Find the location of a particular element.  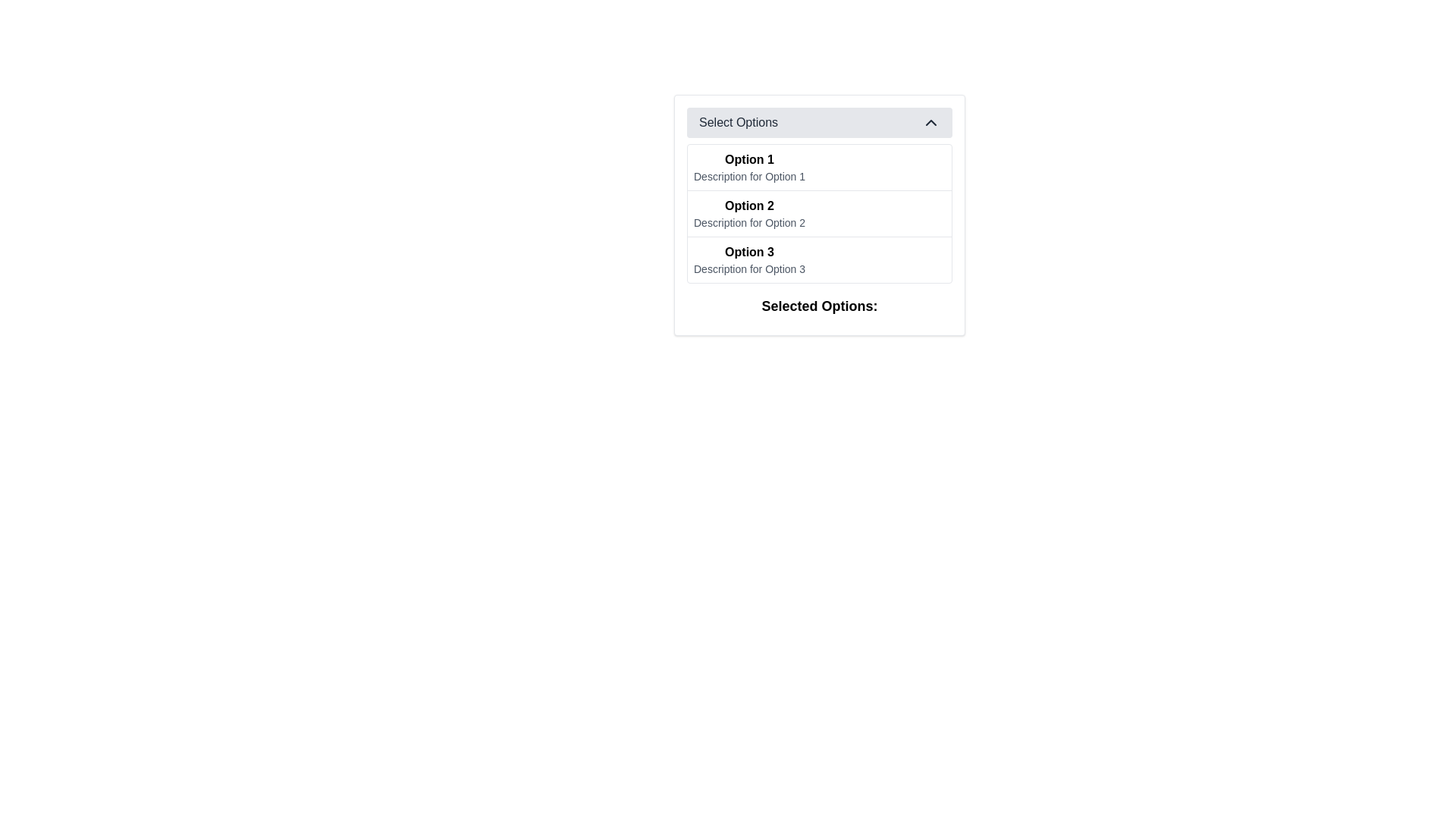

on the 'Select Options' dropdown menu is located at coordinates (818, 215).